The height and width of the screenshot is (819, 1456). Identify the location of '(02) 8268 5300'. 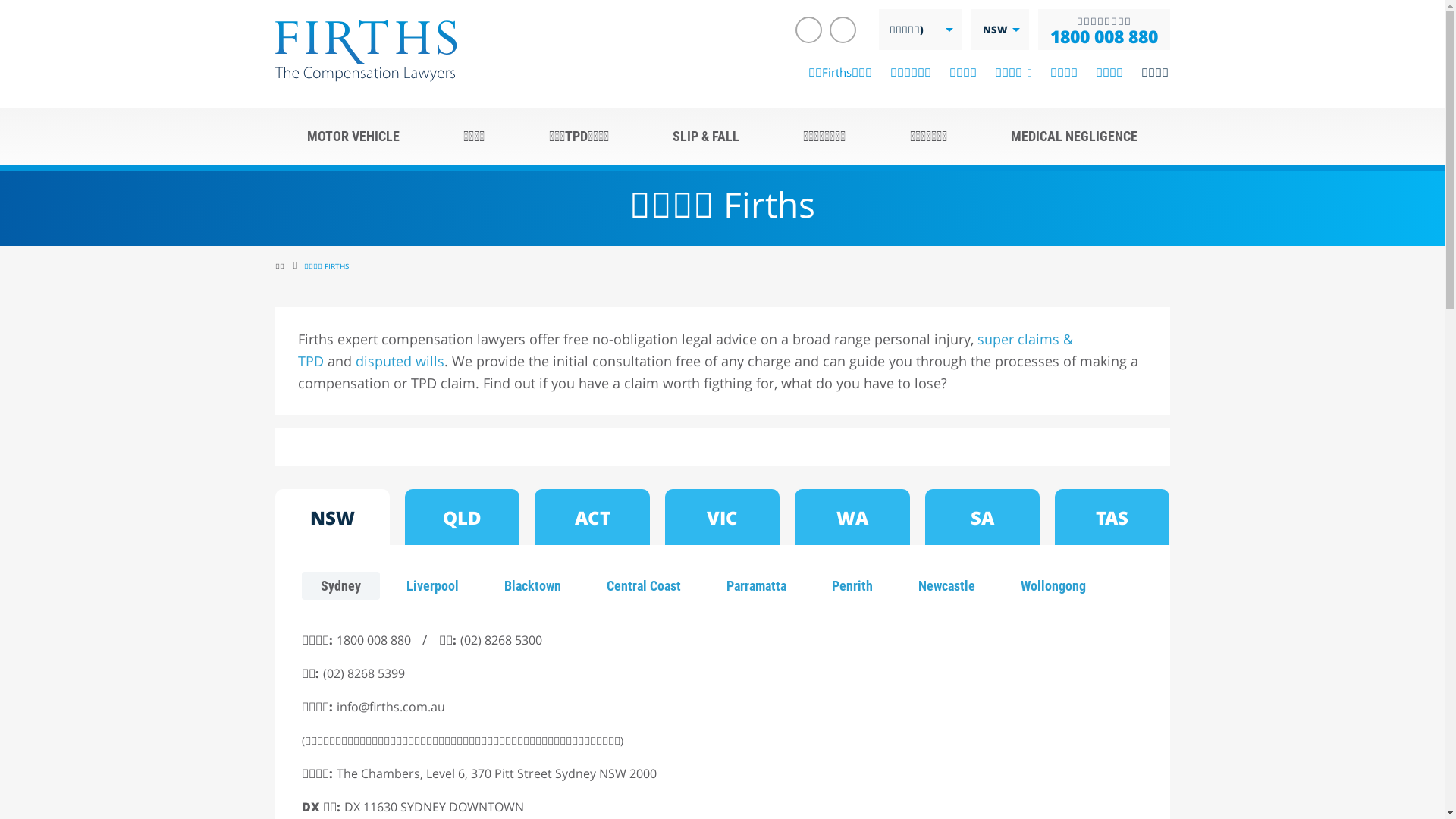
(458, 640).